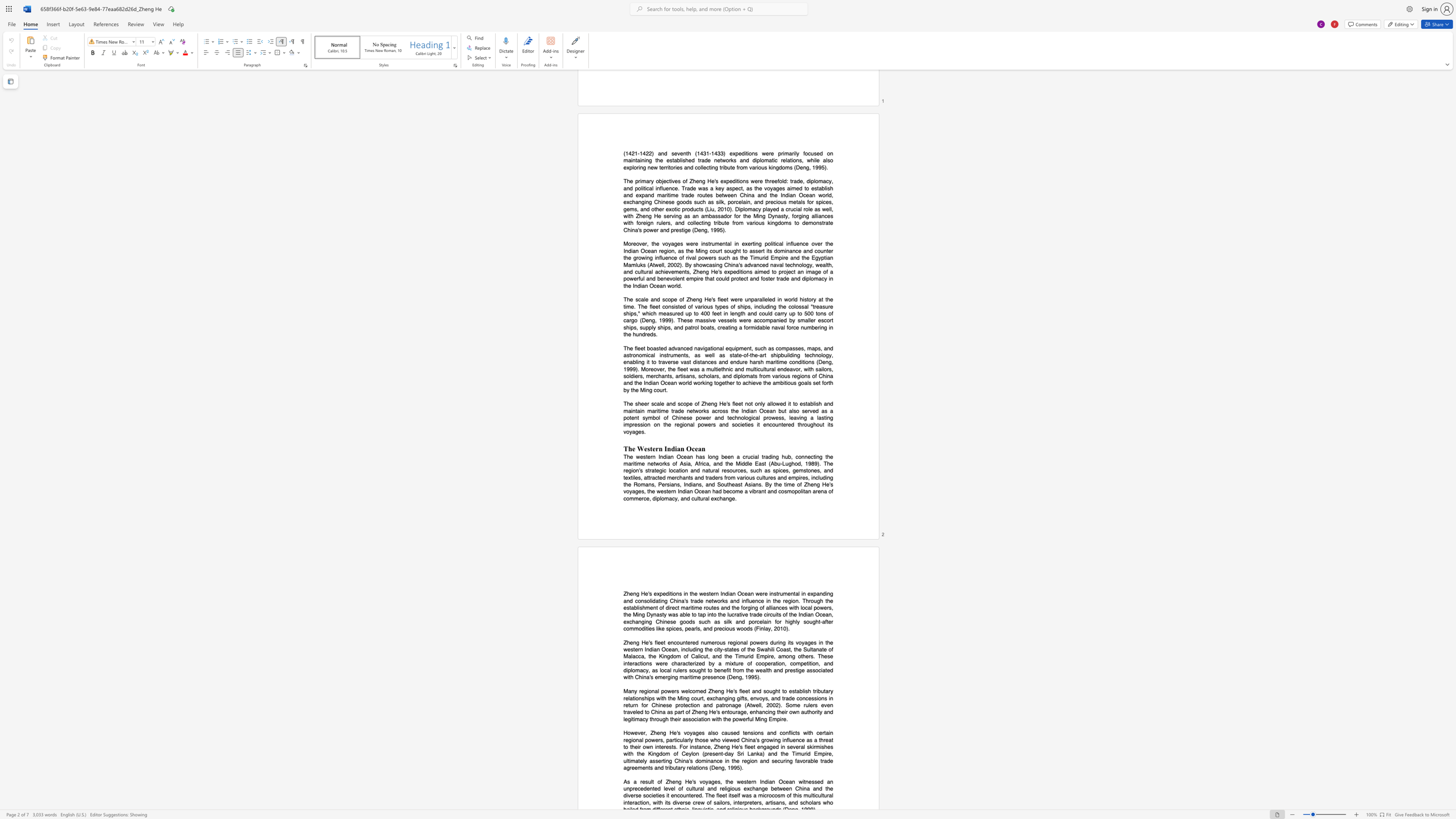 The height and width of the screenshot is (819, 1456). Describe the element at coordinates (655, 761) in the screenshot. I see `the space between the continuous character "s" and "s" in the text` at that location.